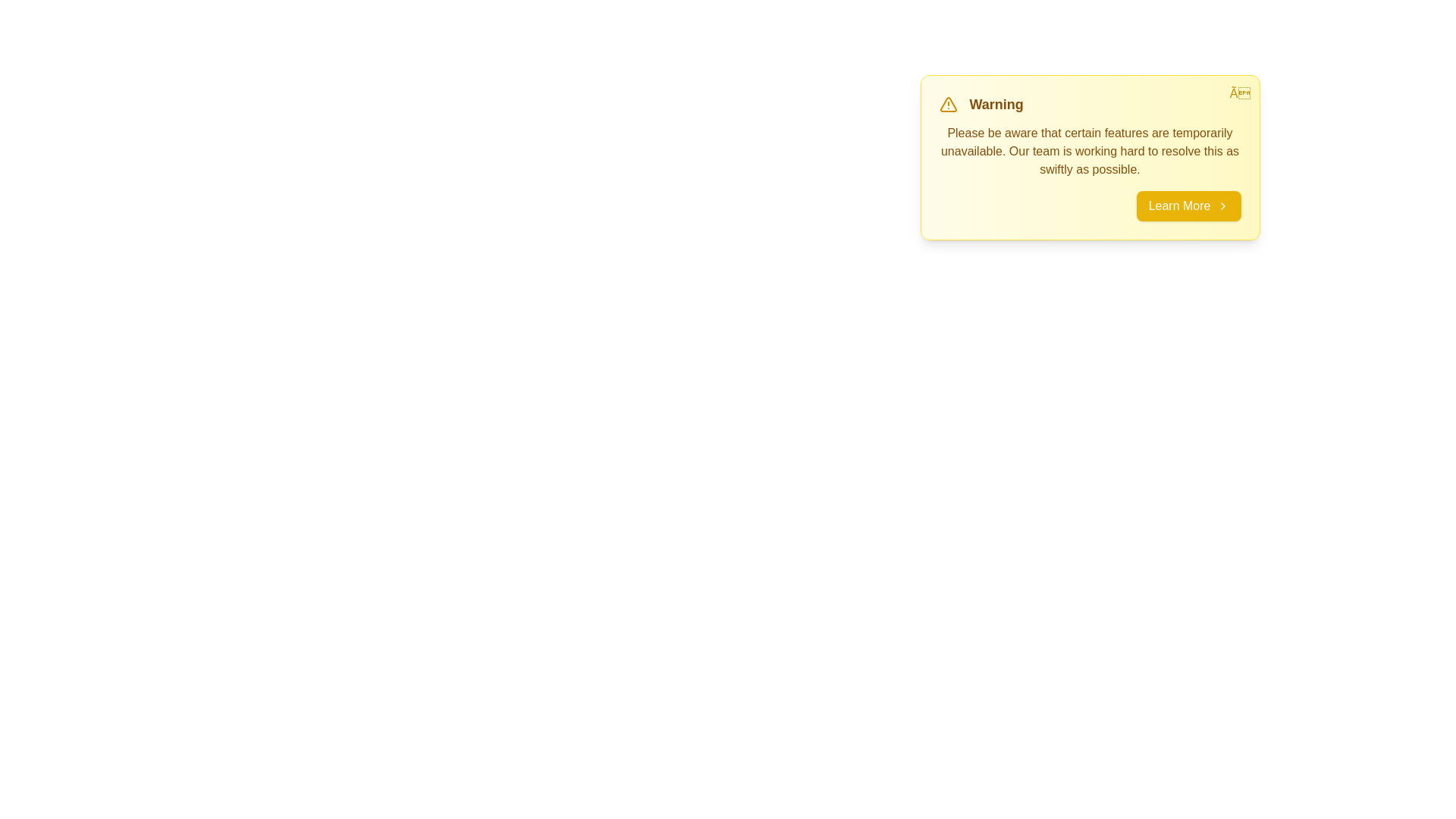 This screenshot has width=1456, height=819. What do you see at coordinates (1188, 206) in the screenshot?
I see `the 'Learn More' button to access additional information` at bounding box center [1188, 206].